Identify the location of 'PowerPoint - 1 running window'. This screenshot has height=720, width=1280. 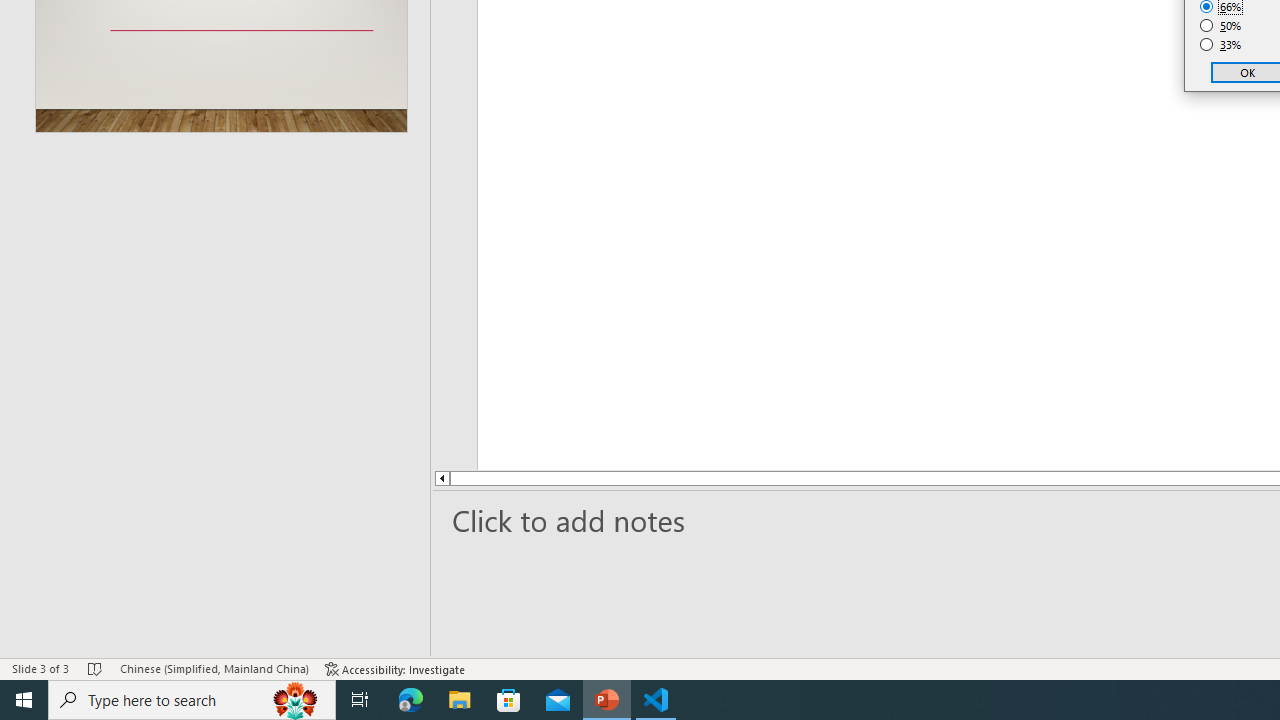
(606, 698).